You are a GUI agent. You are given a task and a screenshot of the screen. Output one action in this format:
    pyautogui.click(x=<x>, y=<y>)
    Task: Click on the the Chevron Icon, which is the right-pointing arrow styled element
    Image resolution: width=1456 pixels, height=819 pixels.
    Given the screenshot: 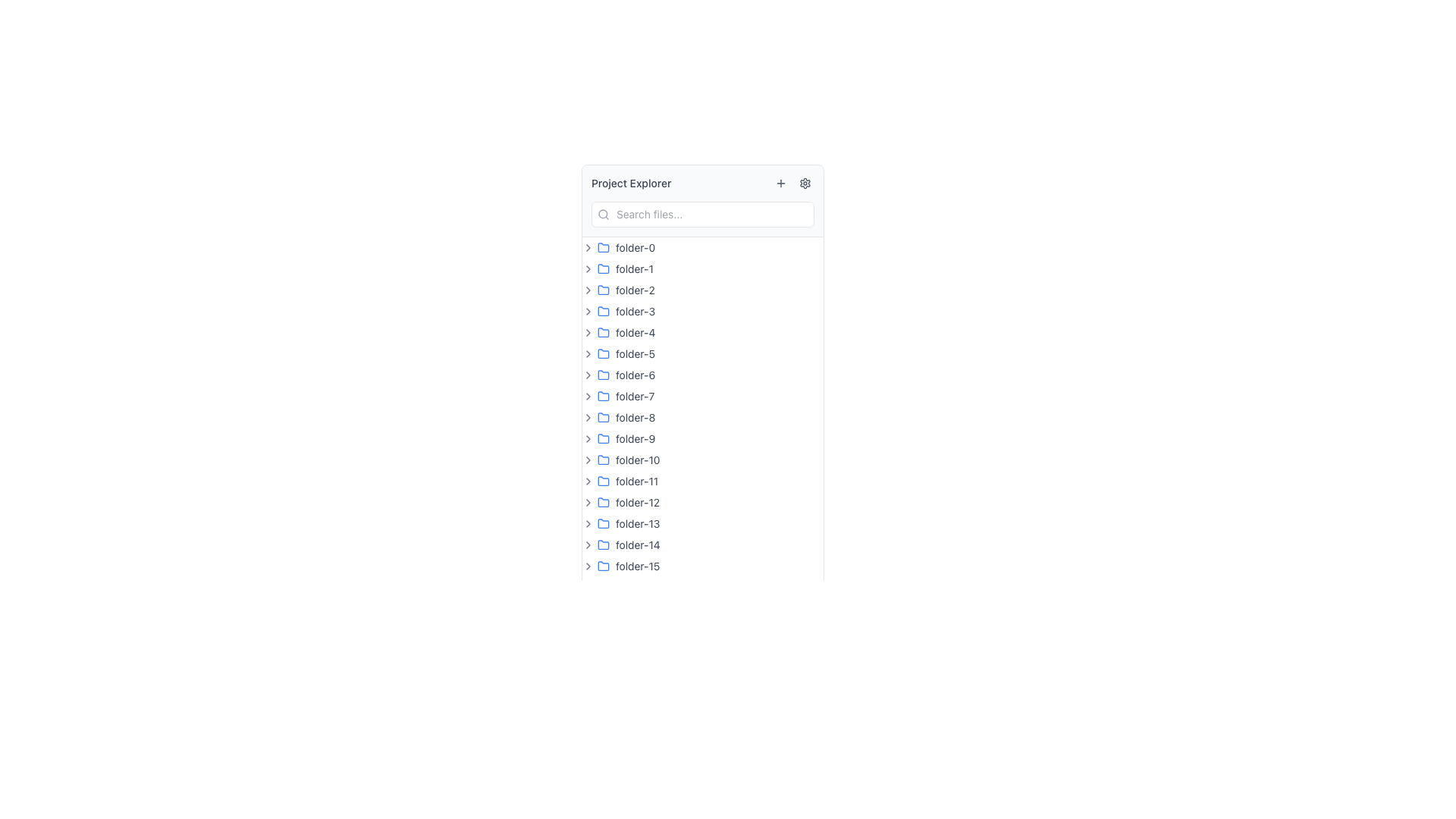 What is the action you would take?
    pyautogui.click(x=588, y=482)
    